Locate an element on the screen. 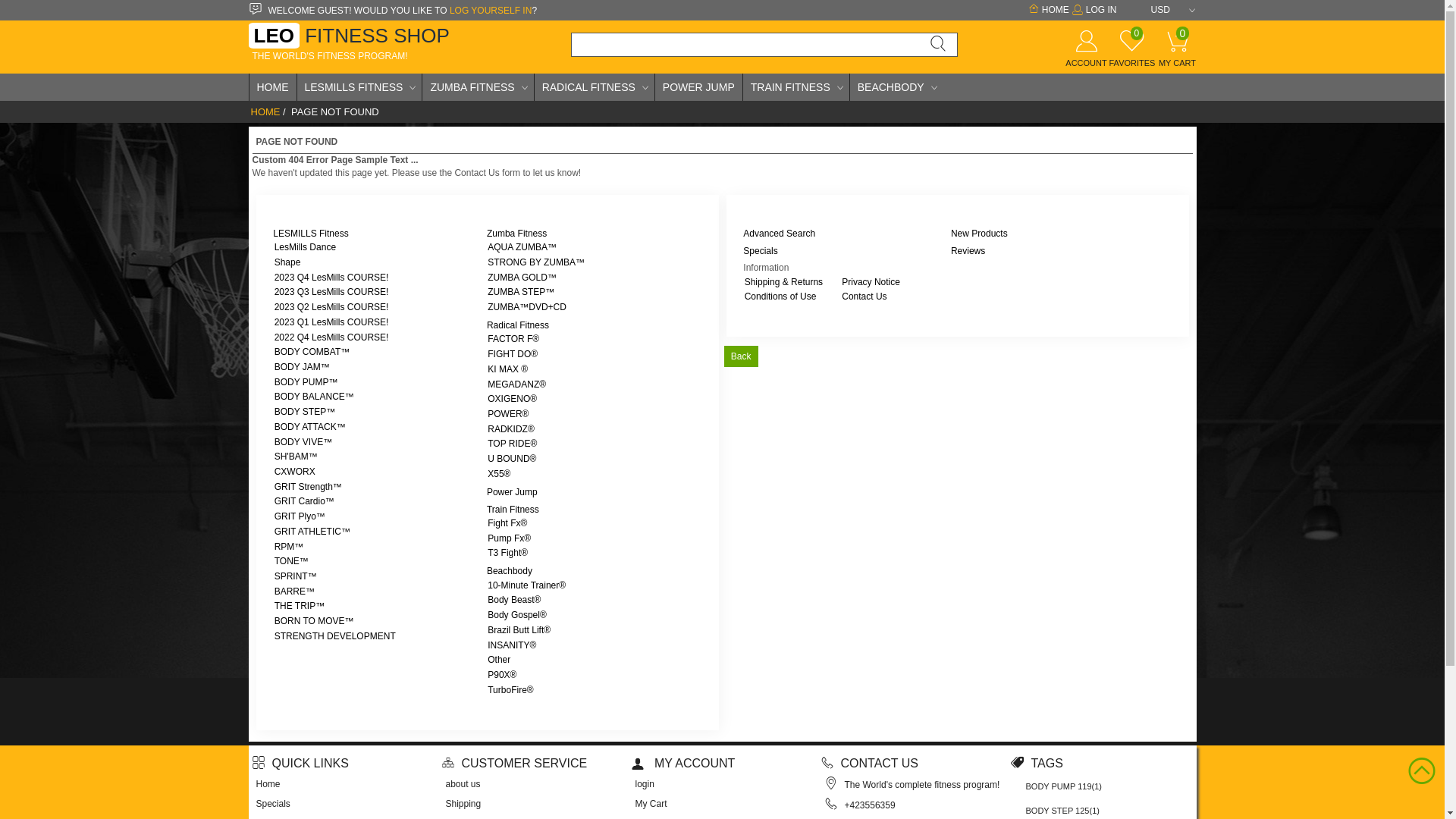  'Zumba Fitness' is located at coordinates (516, 234).